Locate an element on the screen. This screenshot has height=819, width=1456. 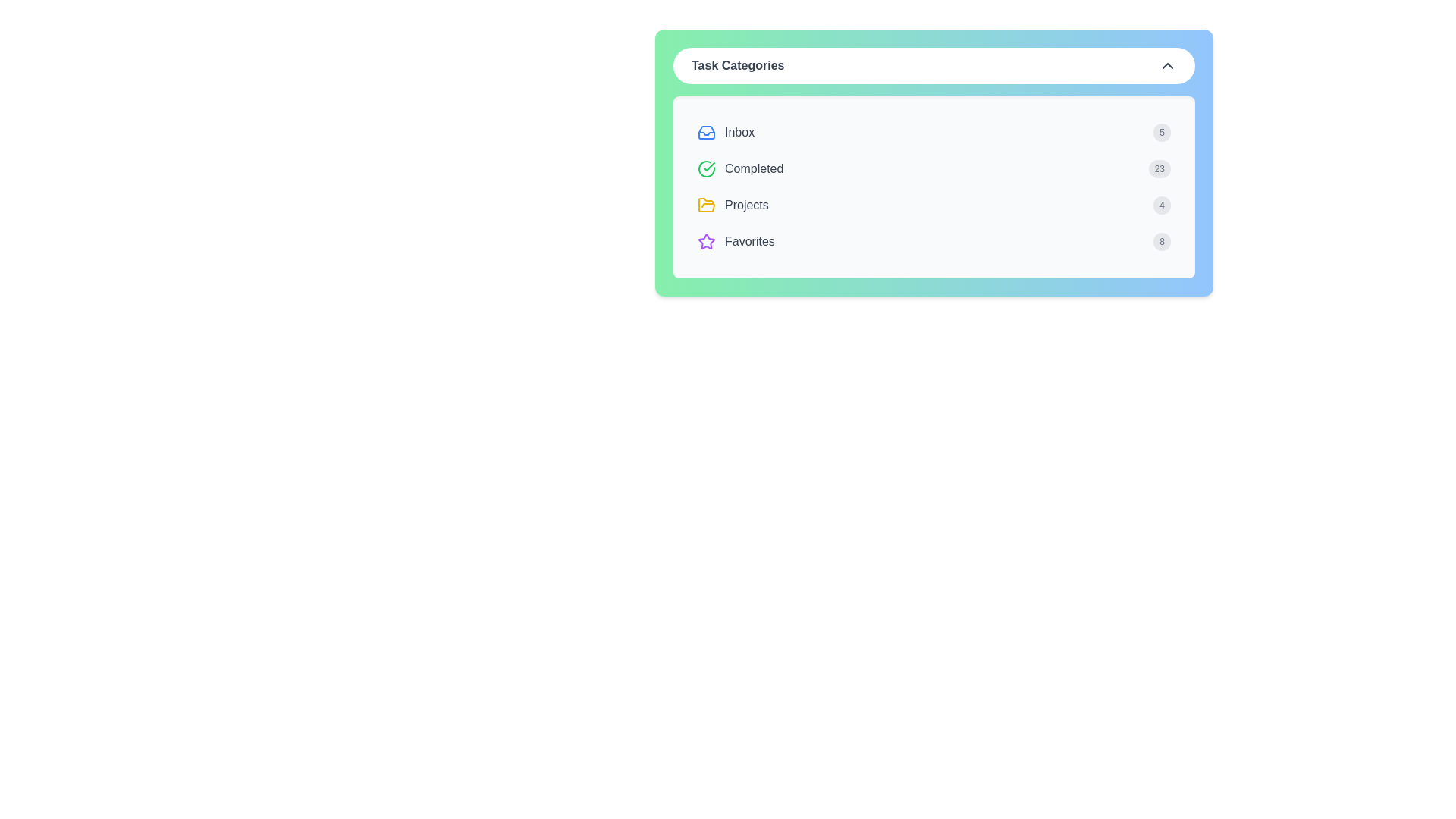
the numerical value displayed on the notification badge indicating the number of pending tasks in the 'Inbox' category, located in the upper-right corner of the 'Inbox' line item within the 'Task Categories' section is located at coordinates (1161, 131).